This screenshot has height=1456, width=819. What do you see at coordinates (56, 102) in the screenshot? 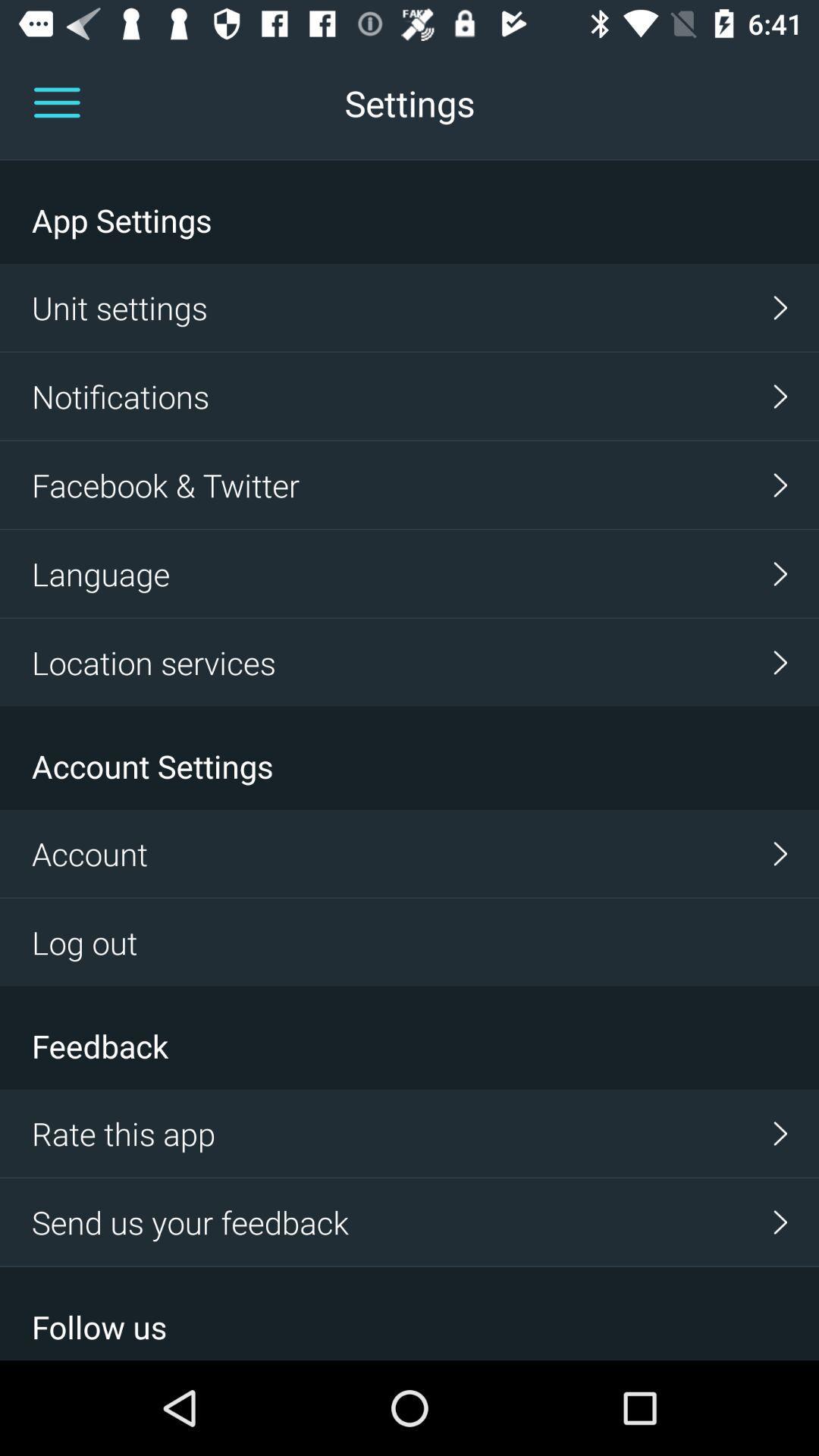
I see `menu` at bounding box center [56, 102].